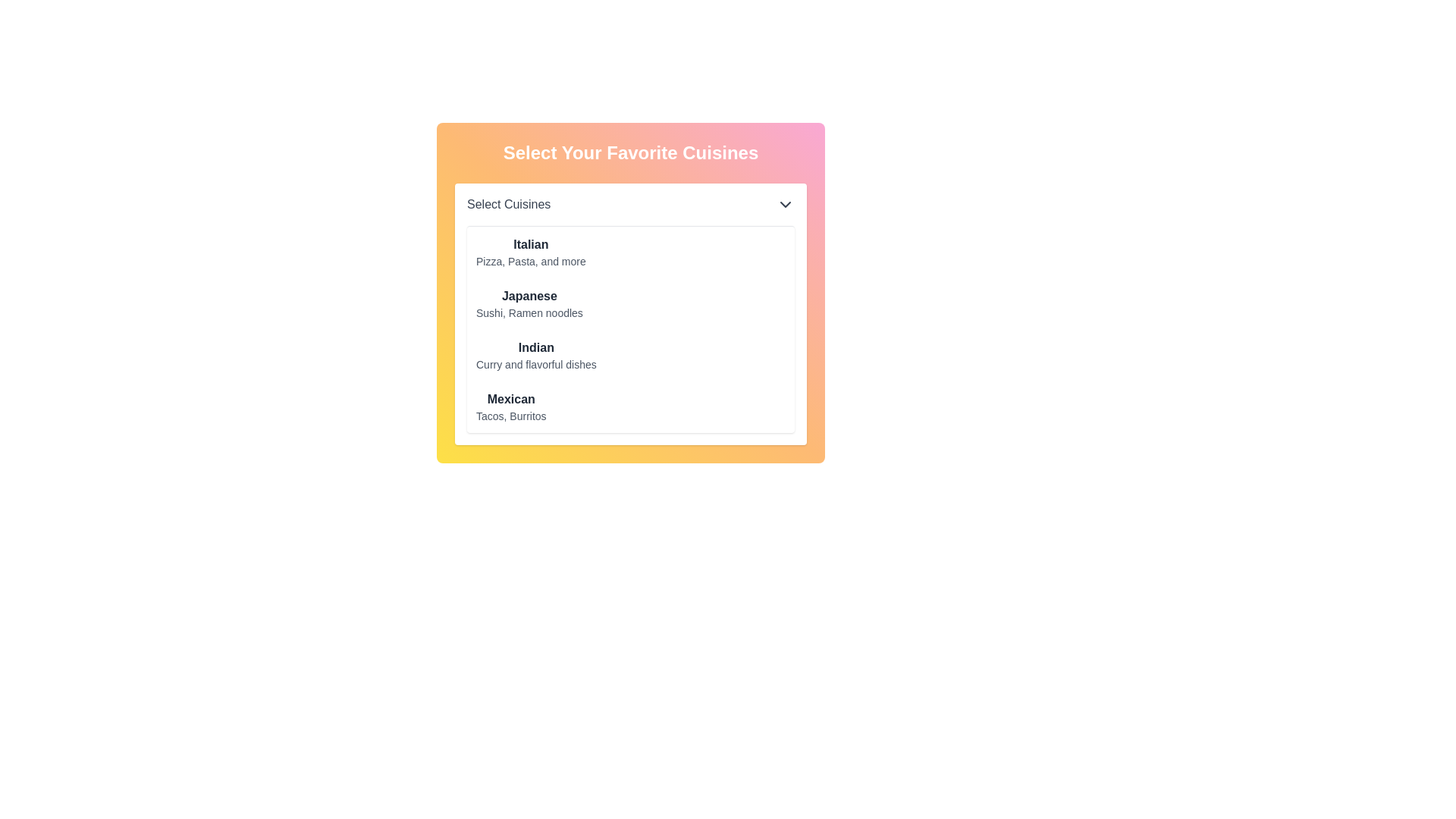 The image size is (1456, 819). Describe the element at coordinates (511, 406) in the screenshot. I see `the 'Mexican' cuisine category list item` at that location.